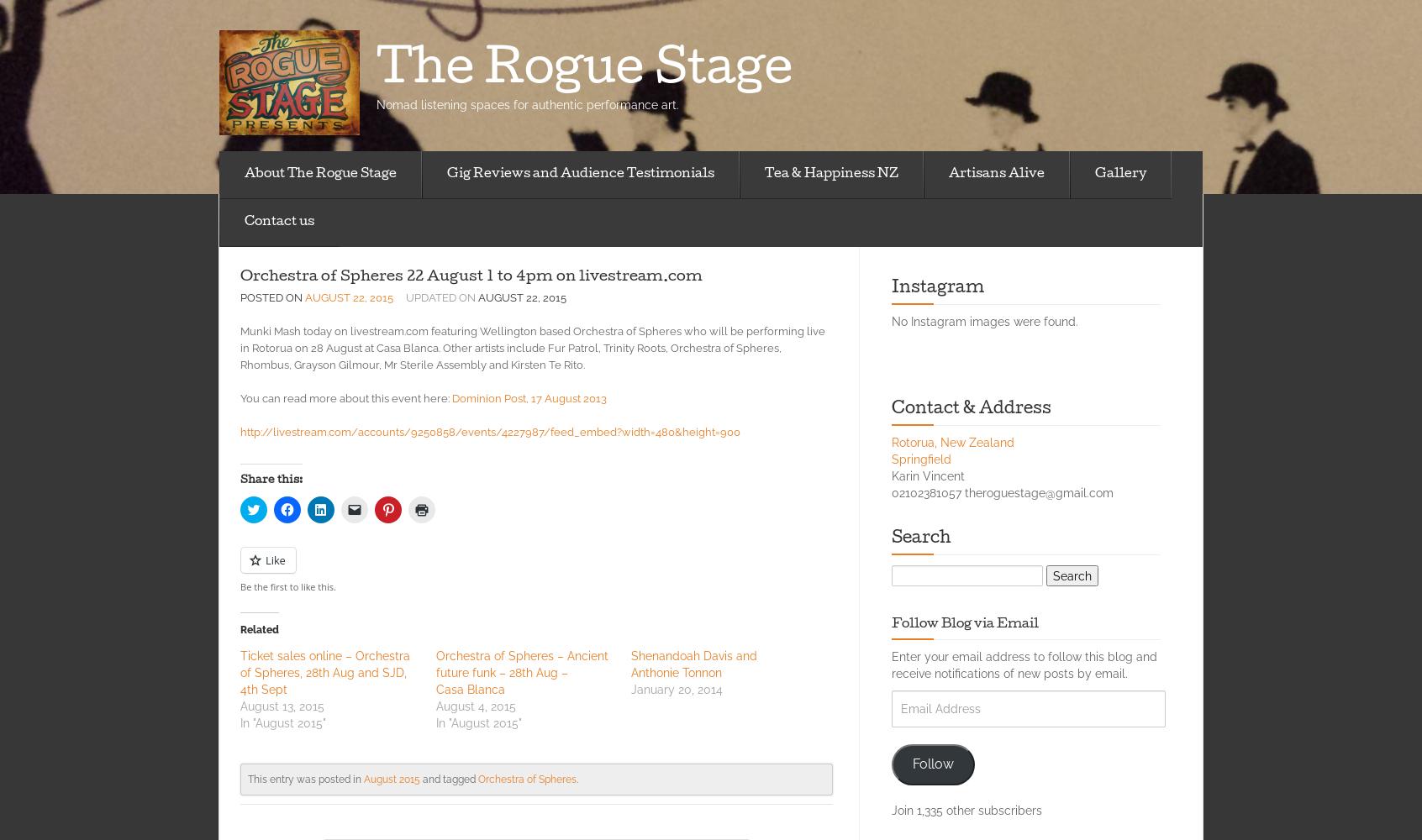  I want to click on 'Munki Mash today on livestream.com featuring Wellington based Orchestra of Spheres who will be performing live in Rotorua on 28 August at Casa Blanca. Other artists include Fur Patrol, Trinity Roots, Orchestra of Spheres, Rhombus, Grayson Gilmour, Mr Sterile Assembly and Kirsten Te Rito.', so click(531, 348).